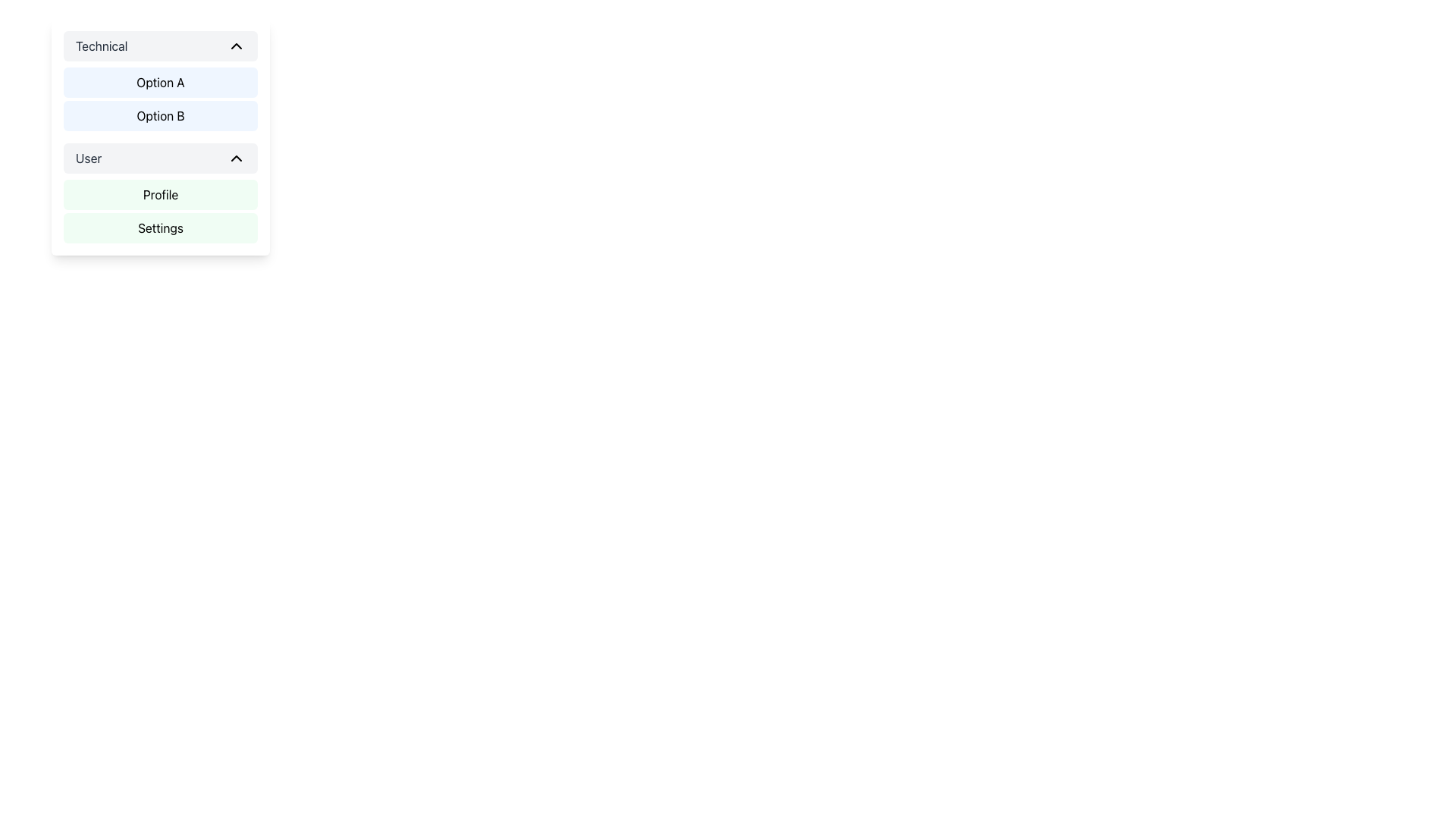  What do you see at coordinates (160, 194) in the screenshot?
I see `the 'Profile' button with a light green background located in the 'User' section` at bounding box center [160, 194].